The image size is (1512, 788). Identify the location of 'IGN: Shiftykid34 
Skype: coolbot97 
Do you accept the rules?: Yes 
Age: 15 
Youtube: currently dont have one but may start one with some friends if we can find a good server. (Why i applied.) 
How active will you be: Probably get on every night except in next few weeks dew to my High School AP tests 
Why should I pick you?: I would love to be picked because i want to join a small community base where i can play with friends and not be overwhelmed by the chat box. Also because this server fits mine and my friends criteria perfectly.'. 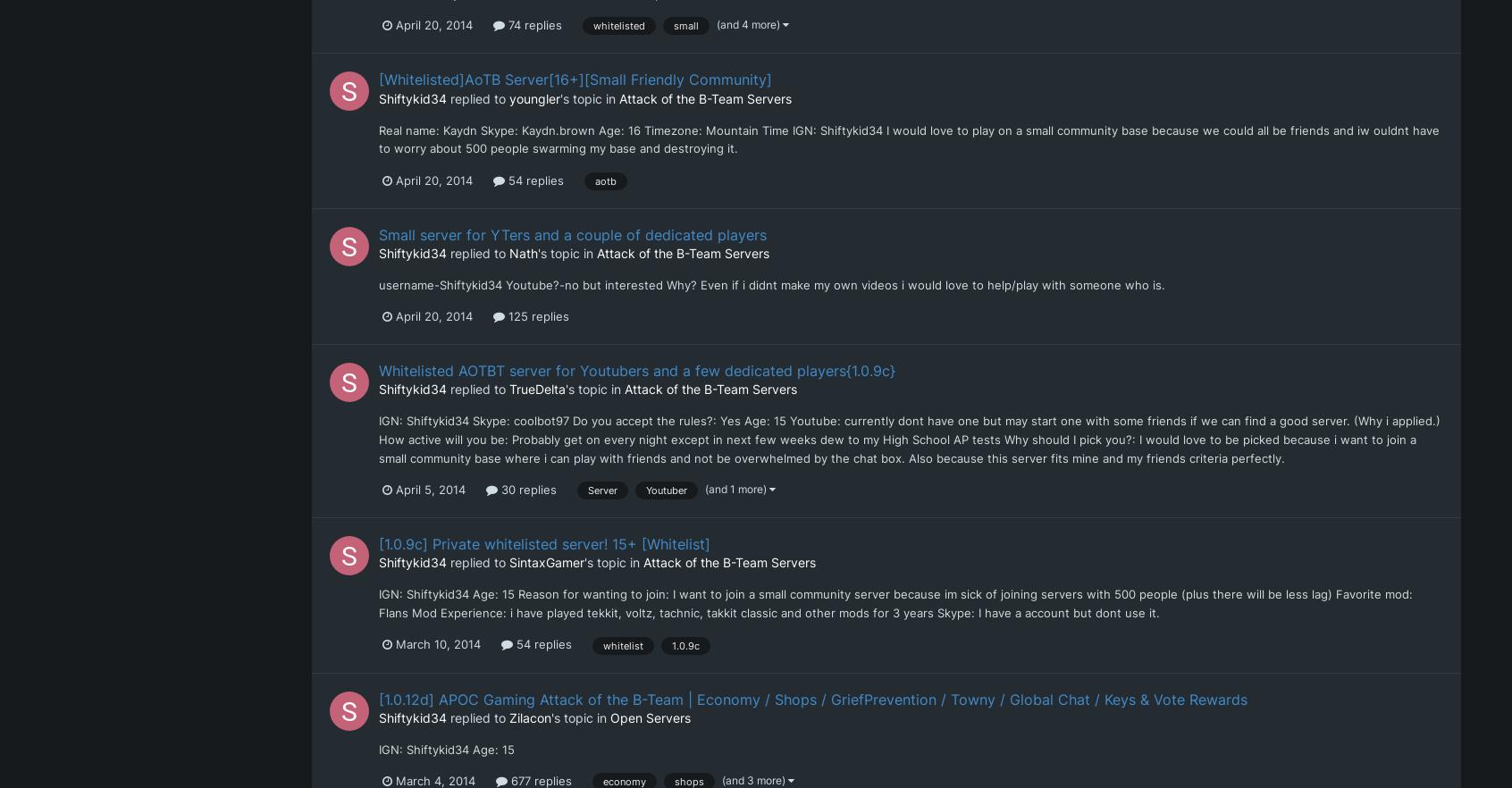
(378, 438).